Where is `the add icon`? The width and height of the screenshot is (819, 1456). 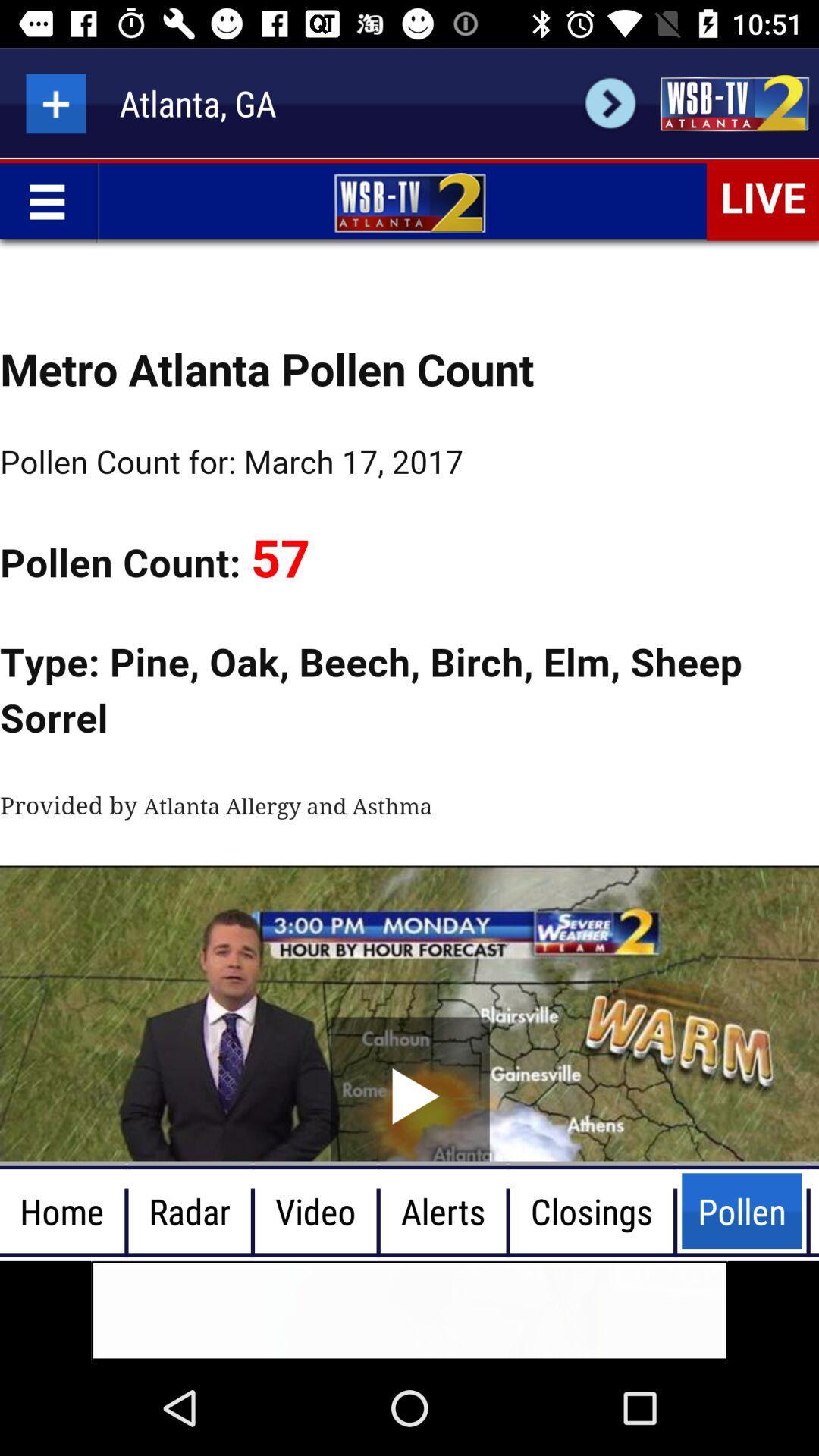 the add icon is located at coordinates (55, 102).